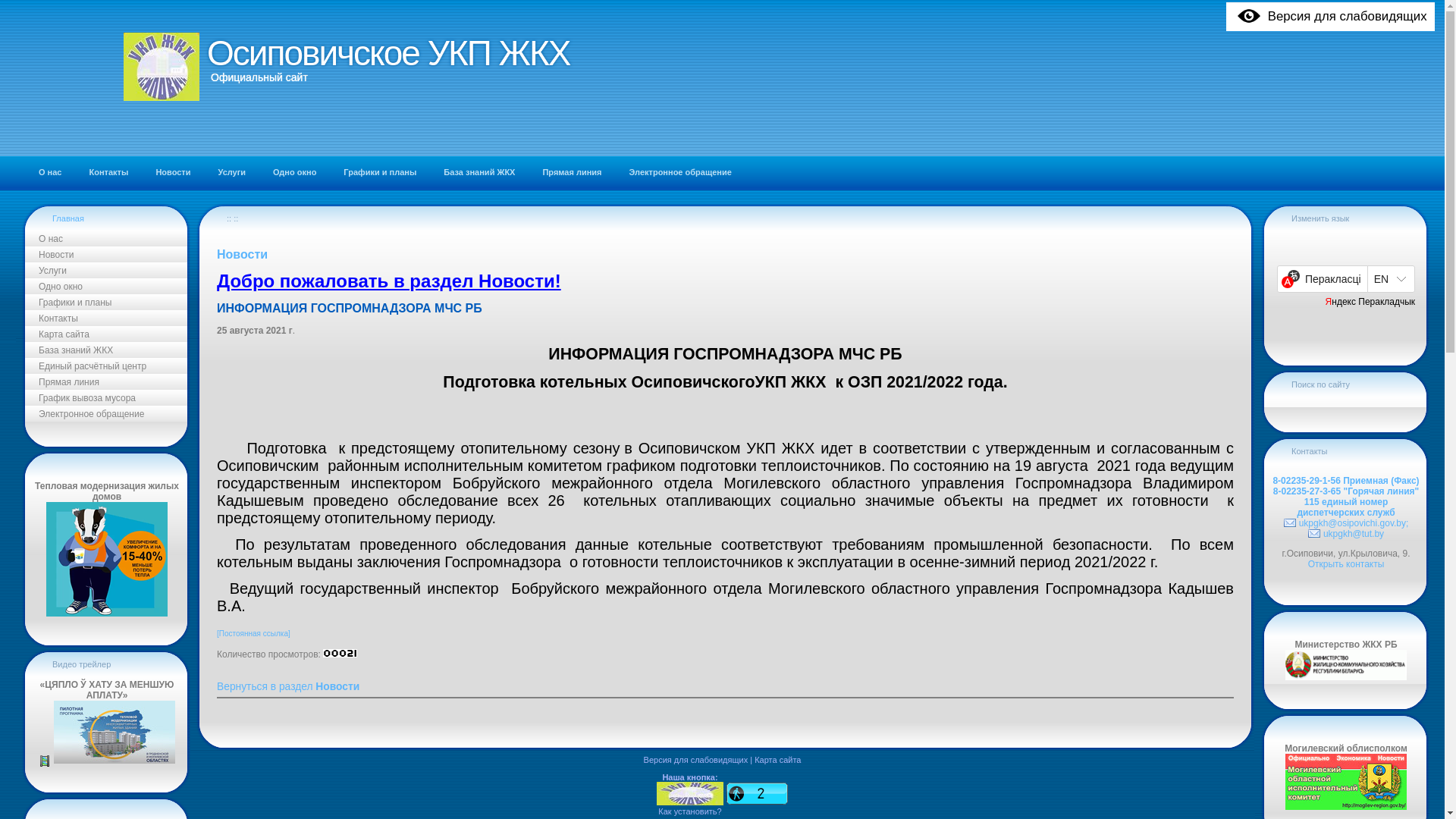 The image size is (1456, 819). I want to click on 'Click to see what's popular on this site!', so click(757, 792).